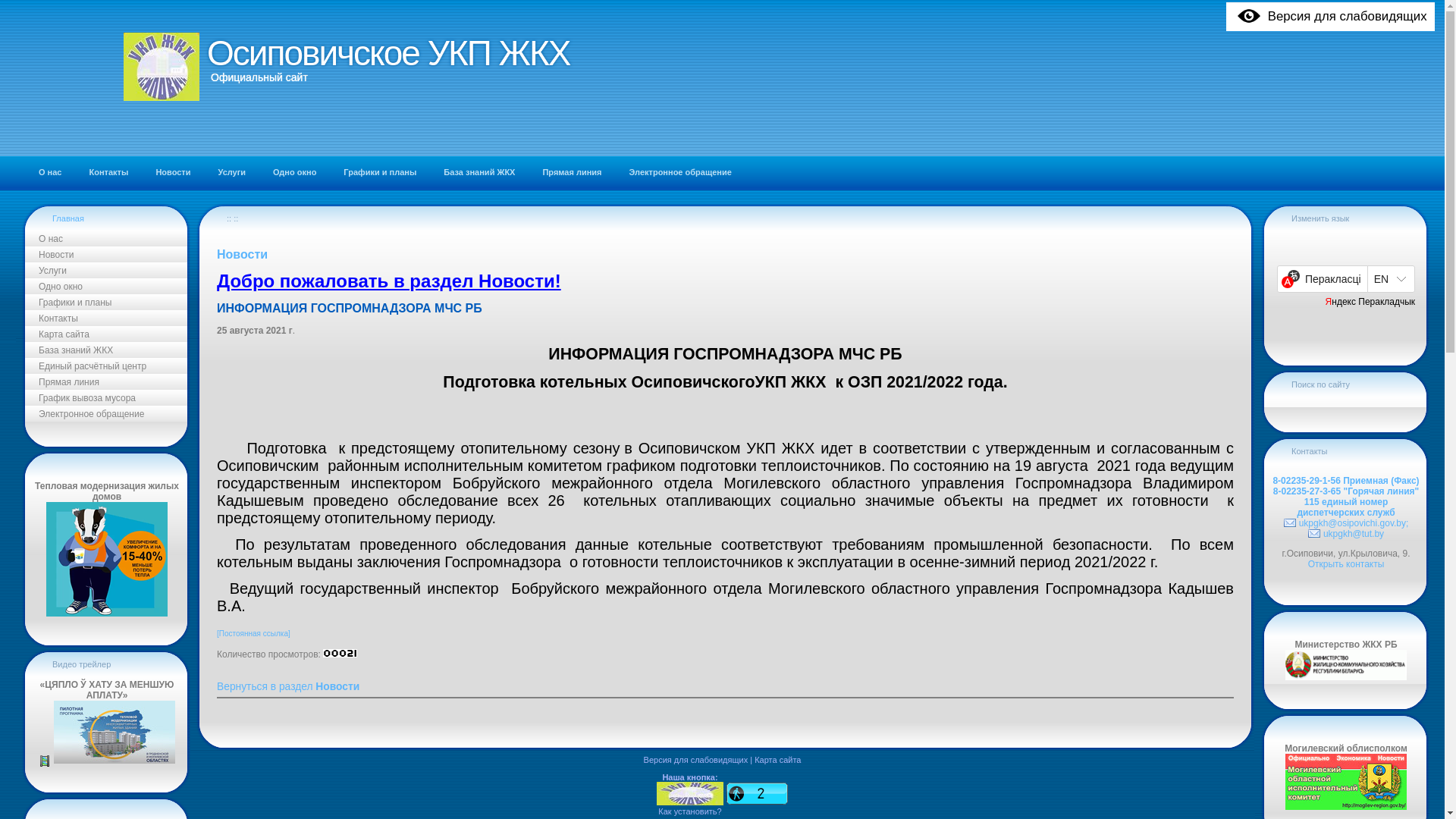 The image size is (1456, 819). I want to click on 'Click to see what's popular on this site!', so click(757, 792).